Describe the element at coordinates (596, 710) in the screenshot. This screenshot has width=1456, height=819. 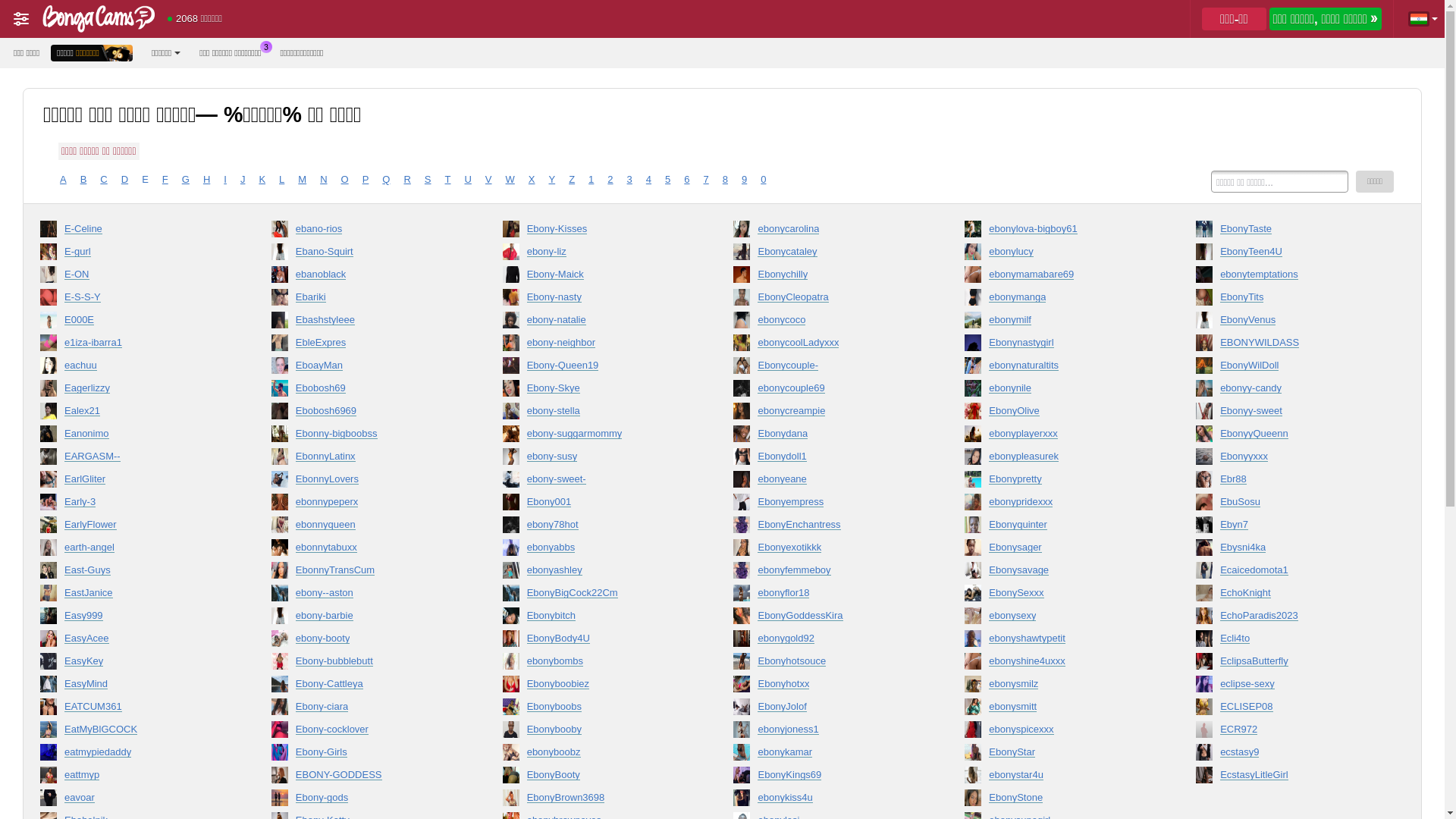
I see `'Ebonyboobs'` at that location.